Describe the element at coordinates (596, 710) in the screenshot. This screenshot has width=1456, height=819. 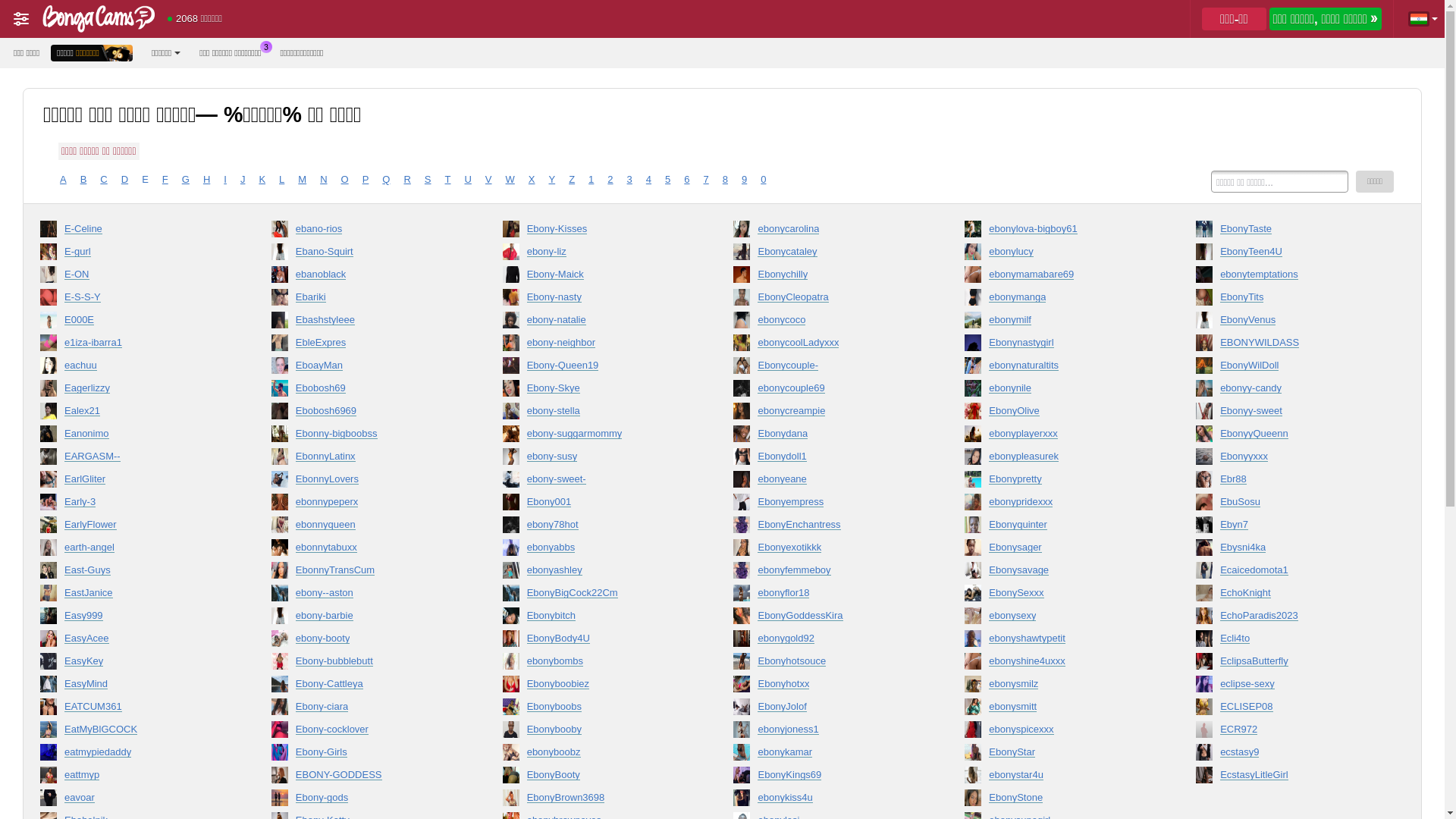
I see `'Ebonyboobs'` at that location.